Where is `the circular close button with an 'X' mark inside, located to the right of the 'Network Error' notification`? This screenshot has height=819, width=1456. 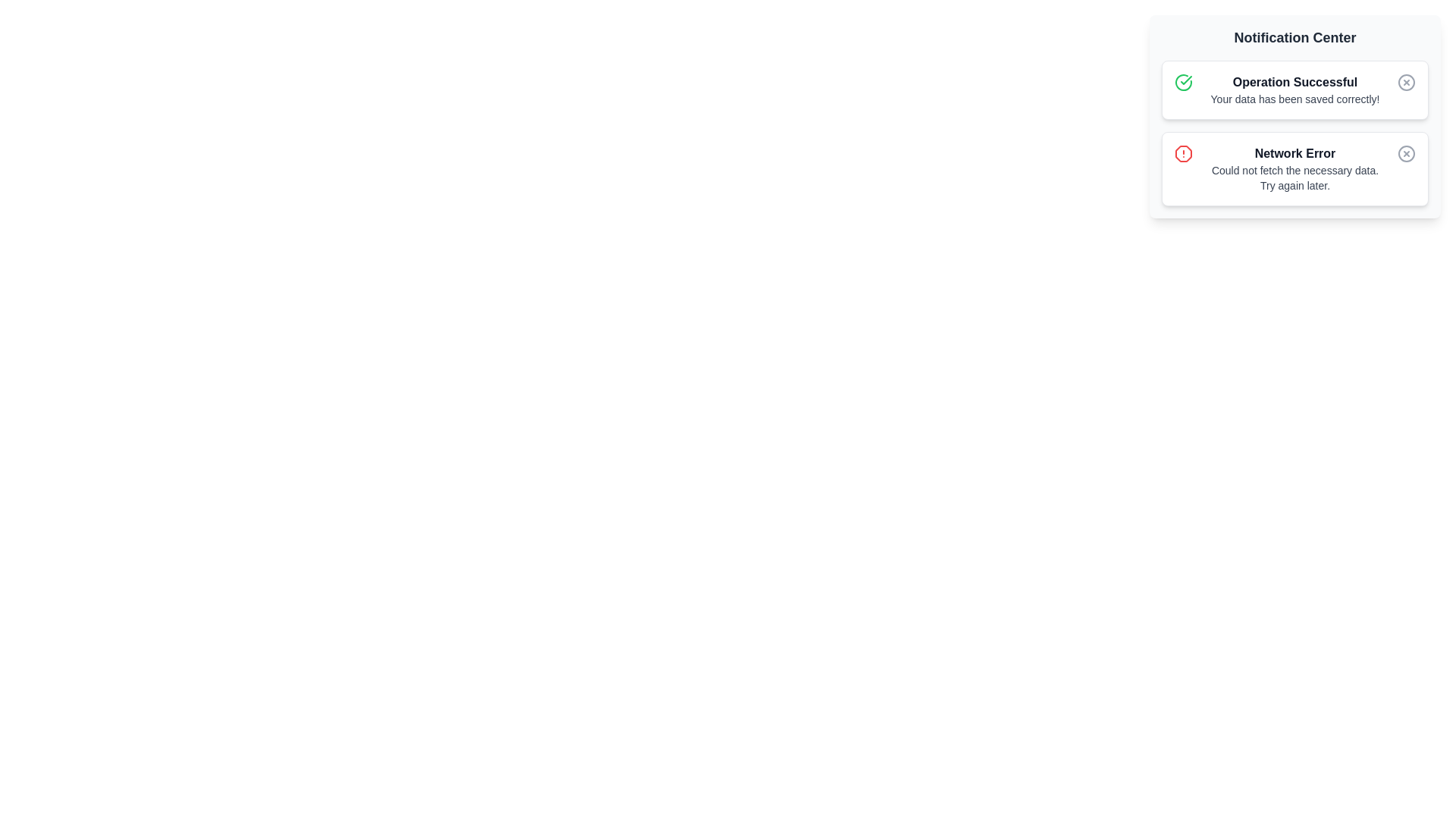
the circular close button with an 'X' mark inside, located to the right of the 'Network Error' notification is located at coordinates (1405, 154).